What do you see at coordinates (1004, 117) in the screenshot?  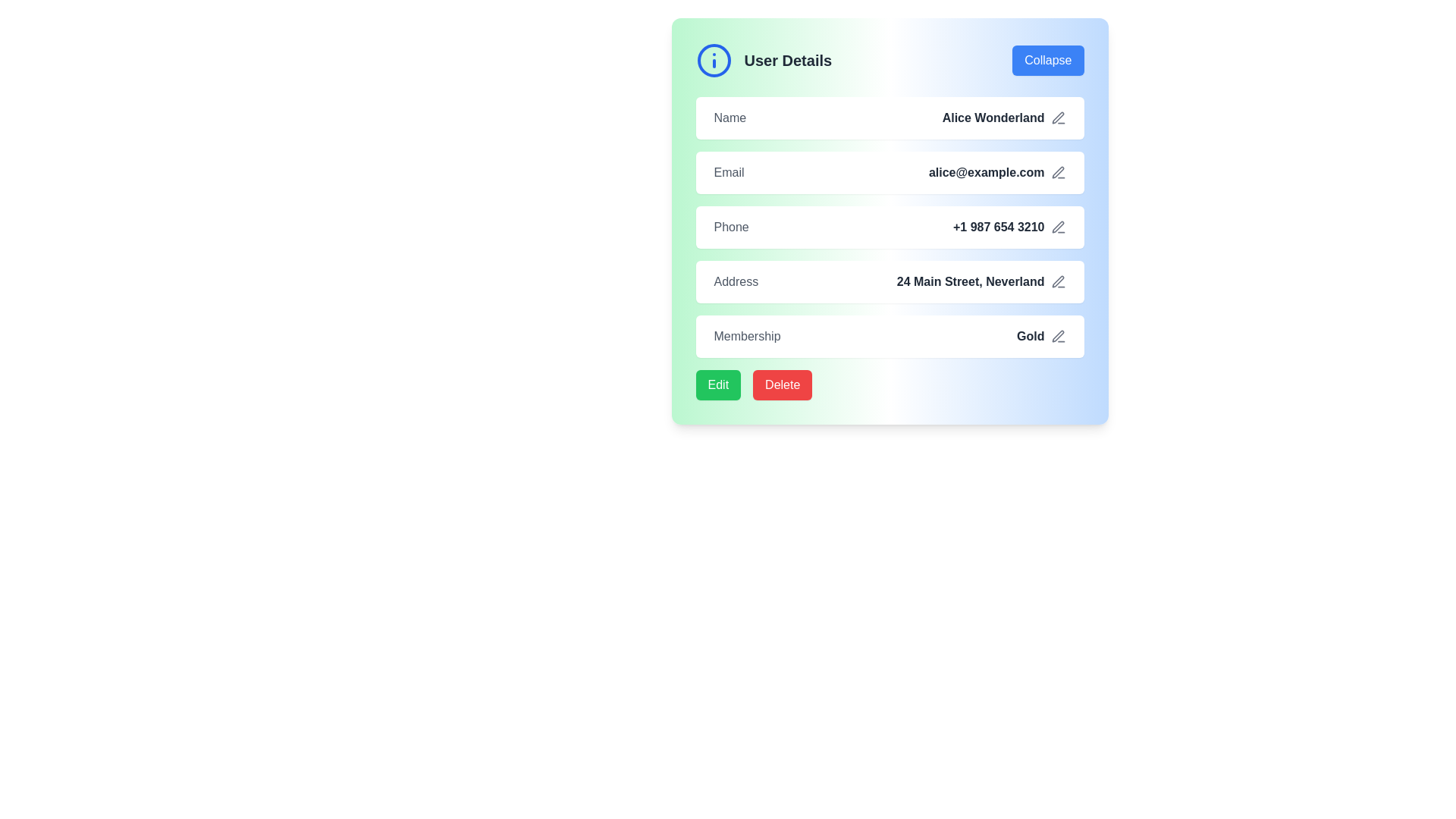 I see `the text label 'Alice Wonderland' styled in bold dark gray color, located next to the 'Name' label in the user details section` at bounding box center [1004, 117].